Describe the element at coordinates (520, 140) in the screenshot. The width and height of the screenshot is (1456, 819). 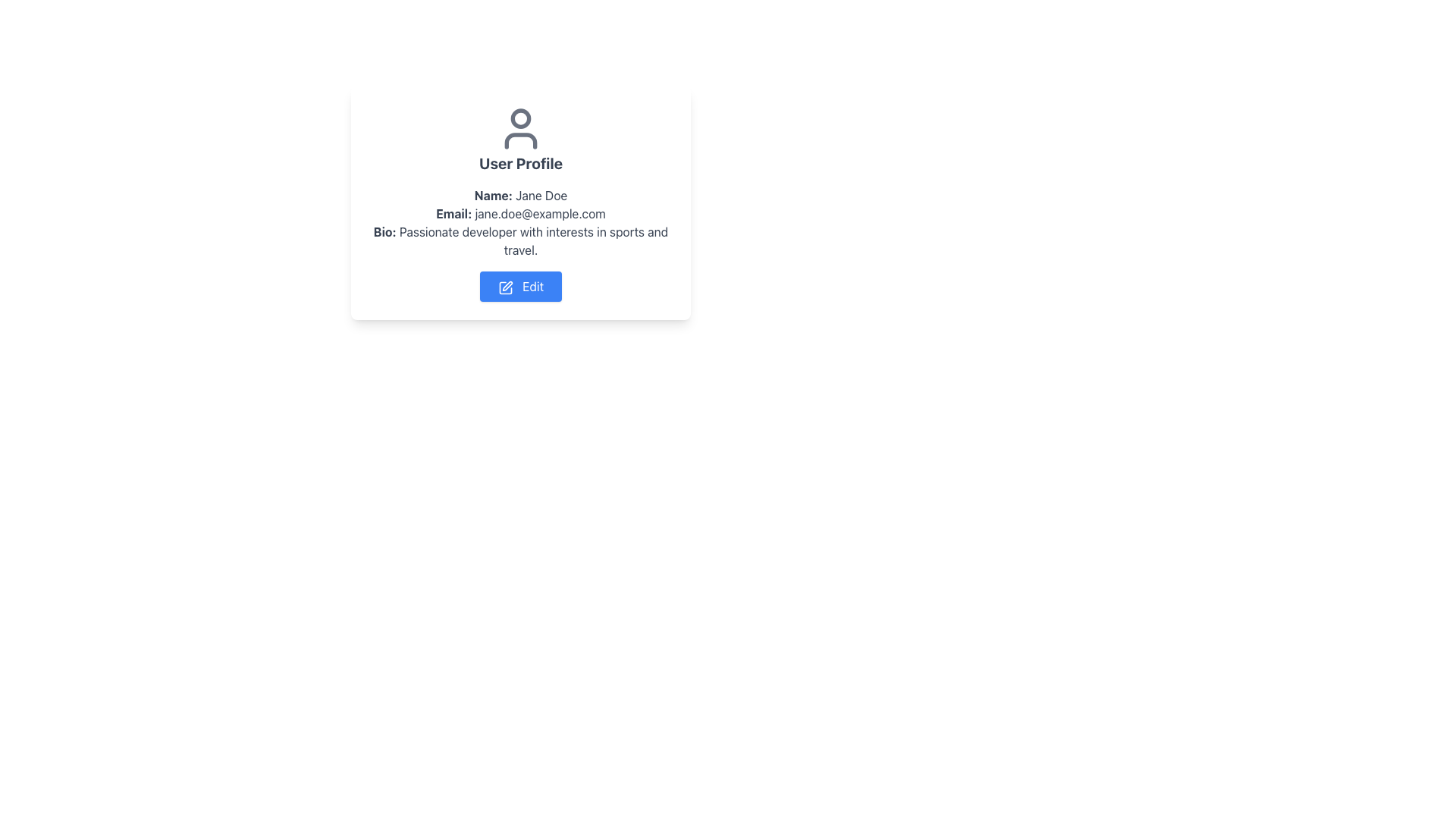
I see `the static header element that features a gray user silhouette icon and 'User Profile' text beneath it, centrally aligned within the user profile card` at that location.